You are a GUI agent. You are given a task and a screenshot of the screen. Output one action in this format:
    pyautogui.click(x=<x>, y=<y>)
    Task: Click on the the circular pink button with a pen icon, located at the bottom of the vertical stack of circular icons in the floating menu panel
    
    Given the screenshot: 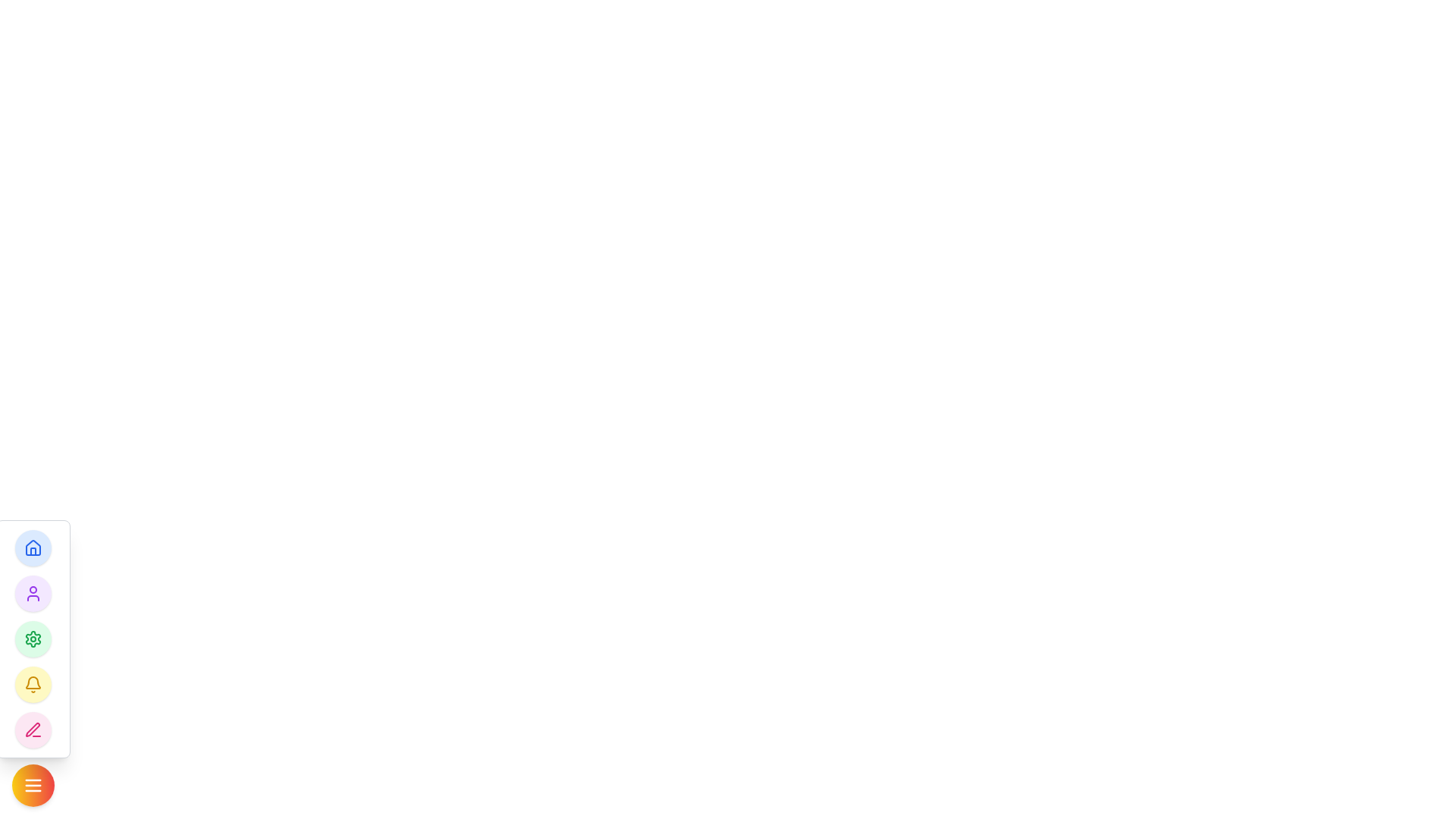 What is the action you would take?
    pyautogui.click(x=33, y=730)
    